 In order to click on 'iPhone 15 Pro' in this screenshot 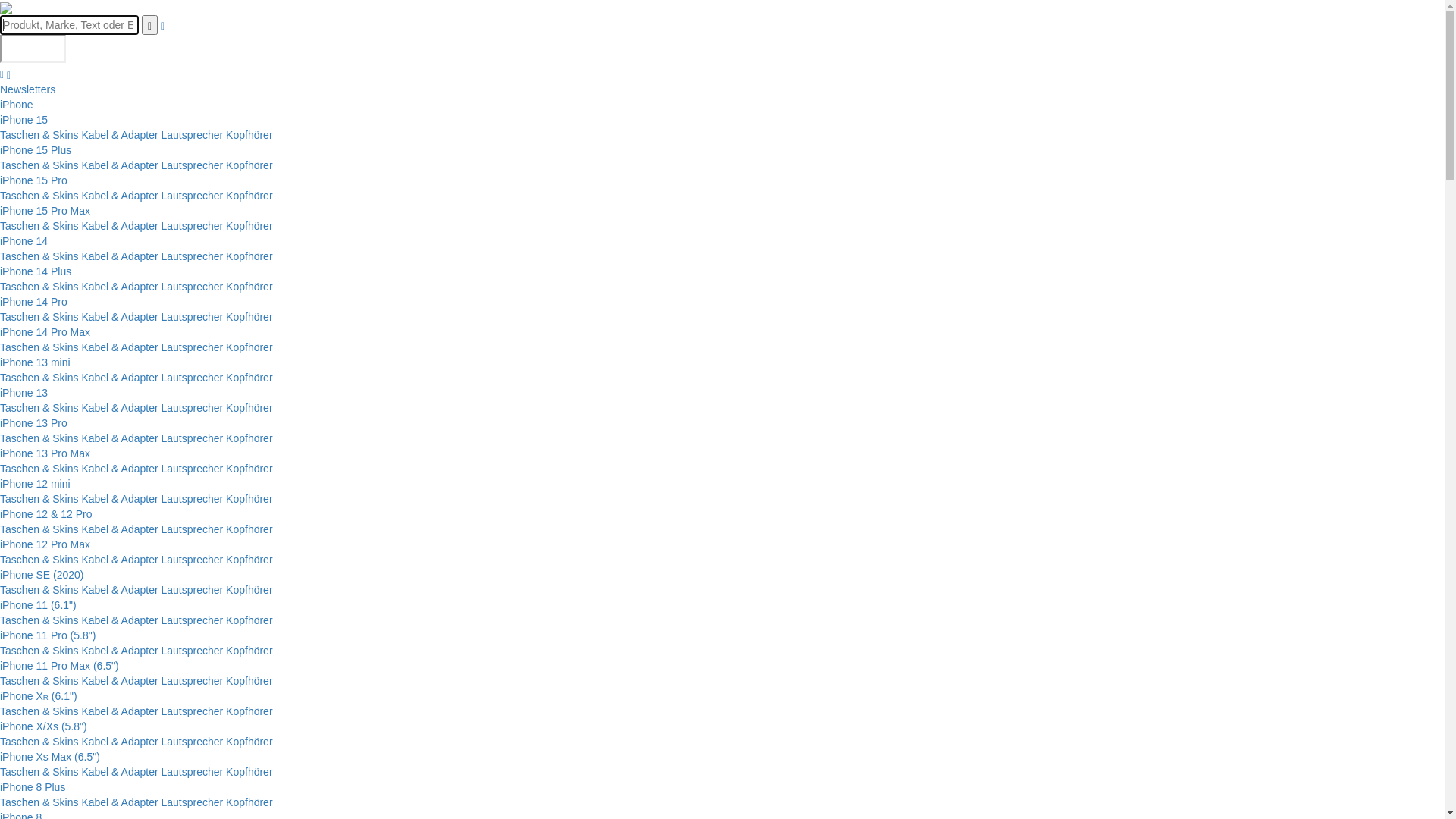, I will do `click(33, 180)`.